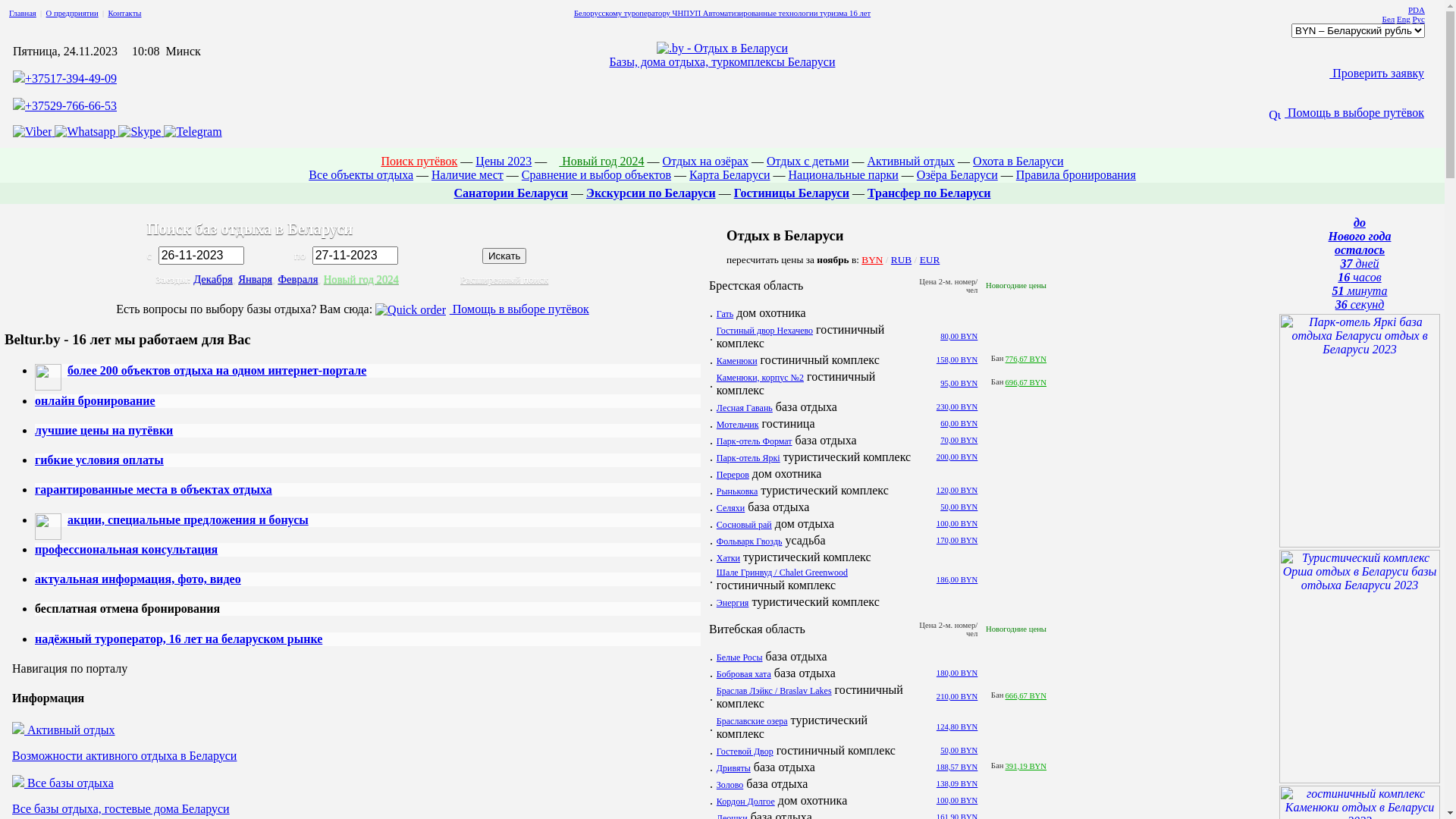  I want to click on '158,00 BYN', so click(956, 359).